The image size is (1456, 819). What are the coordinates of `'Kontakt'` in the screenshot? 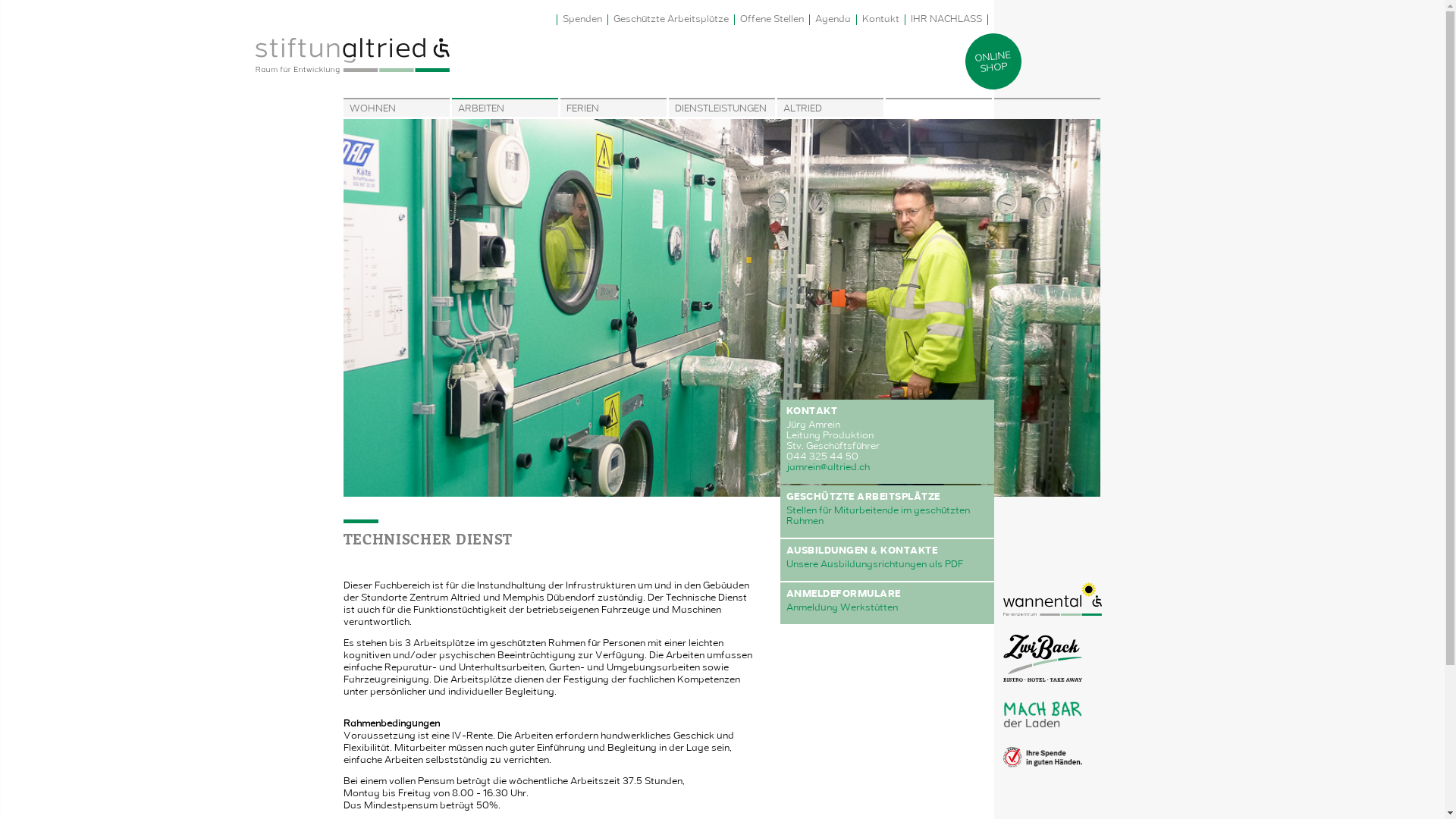 It's located at (880, 20).